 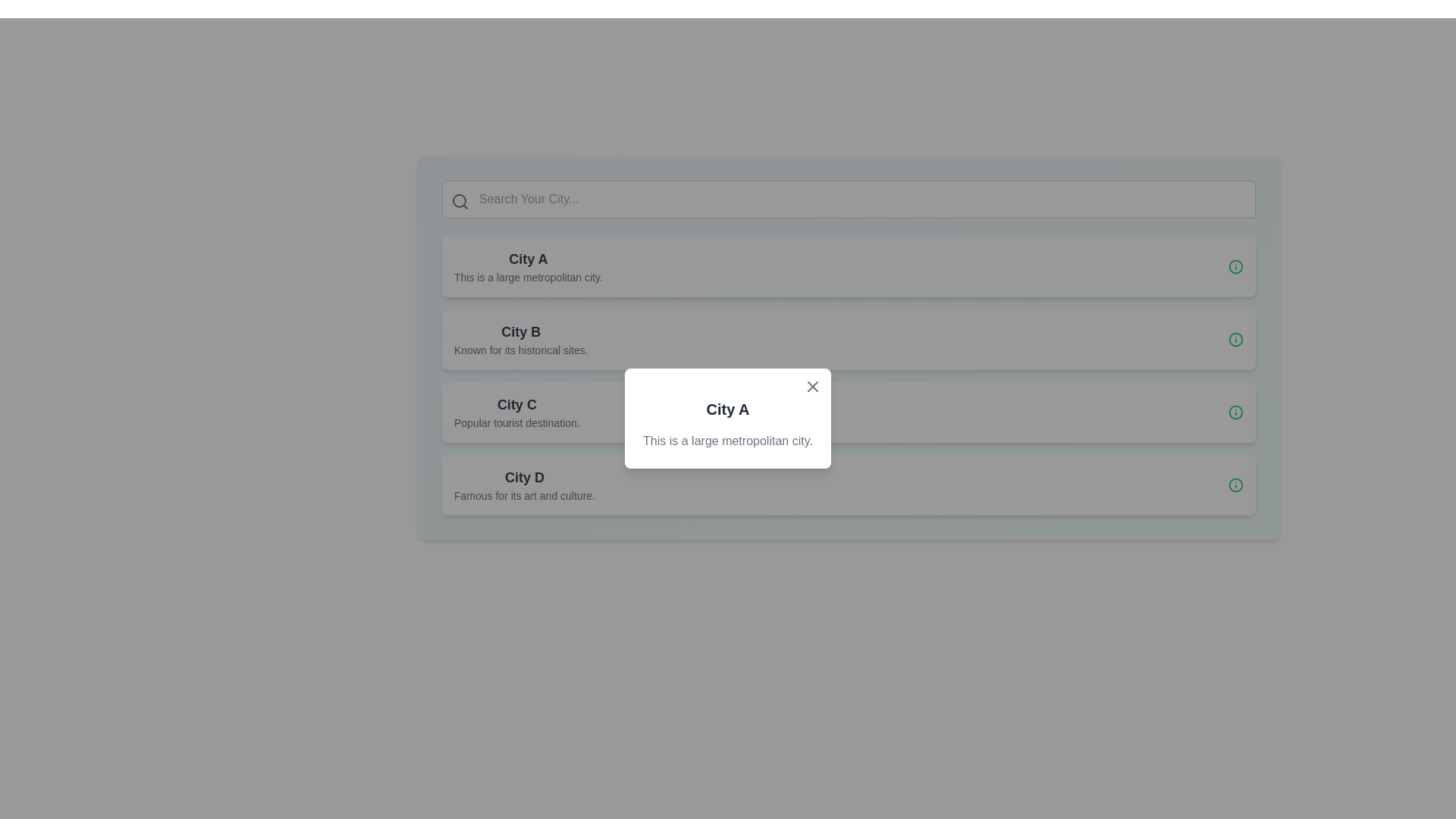 I want to click on the Informational Display Text Block that provides details about City B, specifically its name and features, so click(x=521, y=338).